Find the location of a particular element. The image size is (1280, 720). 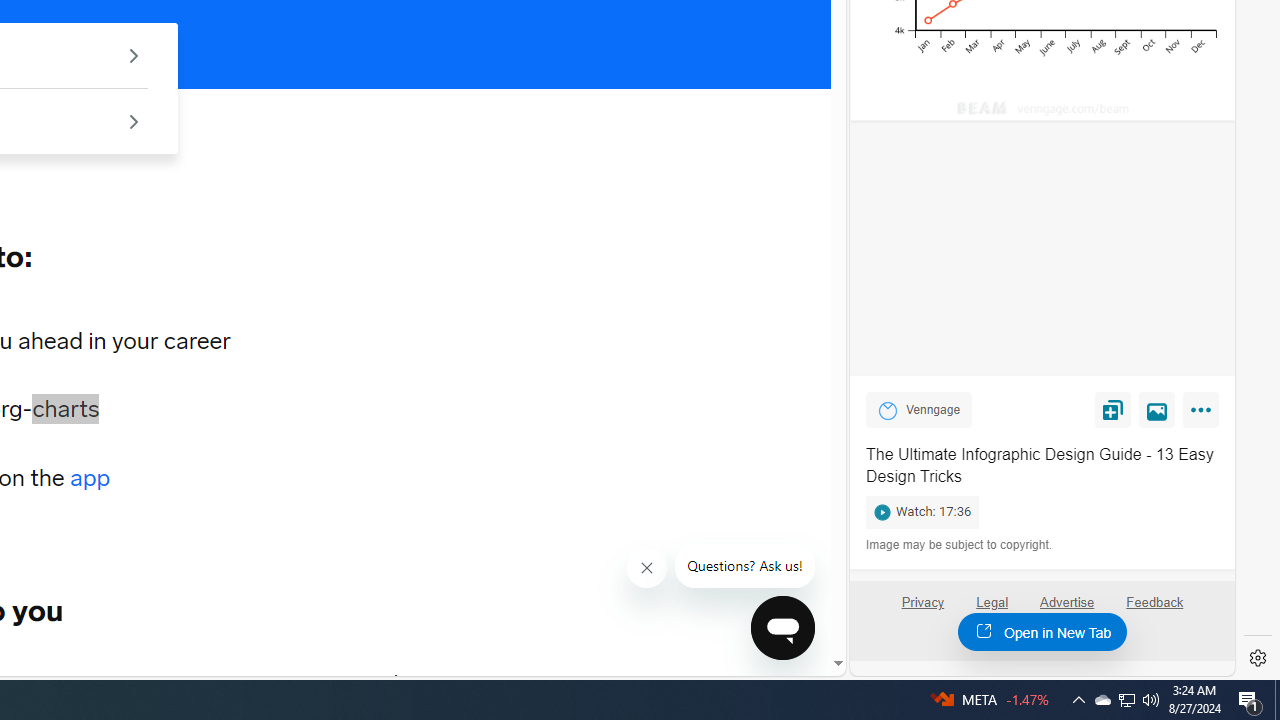

'Class: sc-1uf0igr-1 fjHZYk' is located at coordinates (647, 568).